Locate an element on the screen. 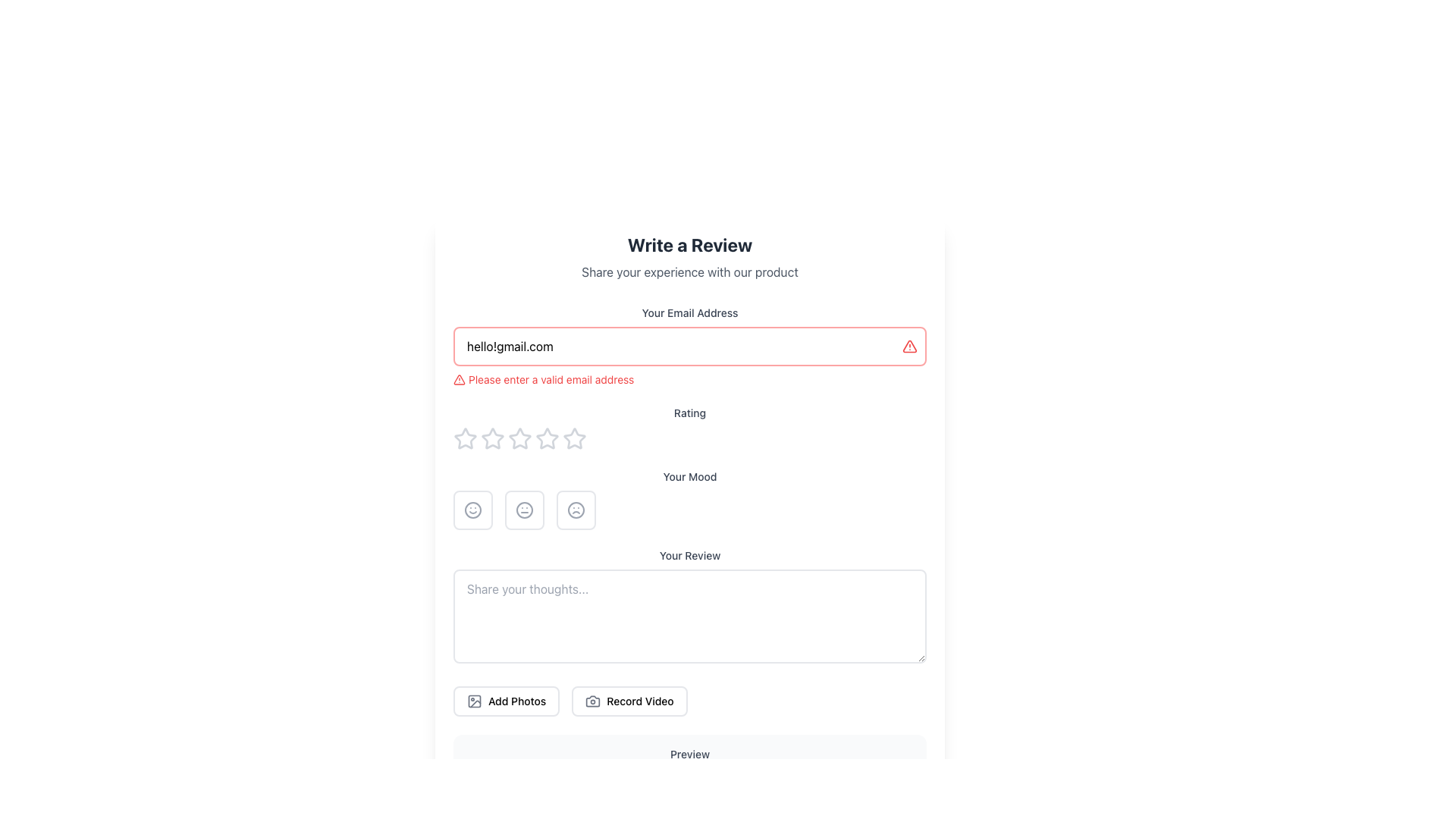 This screenshot has height=819, width=1456. the second star icon in the rating system is located at coordinates (492, 438).